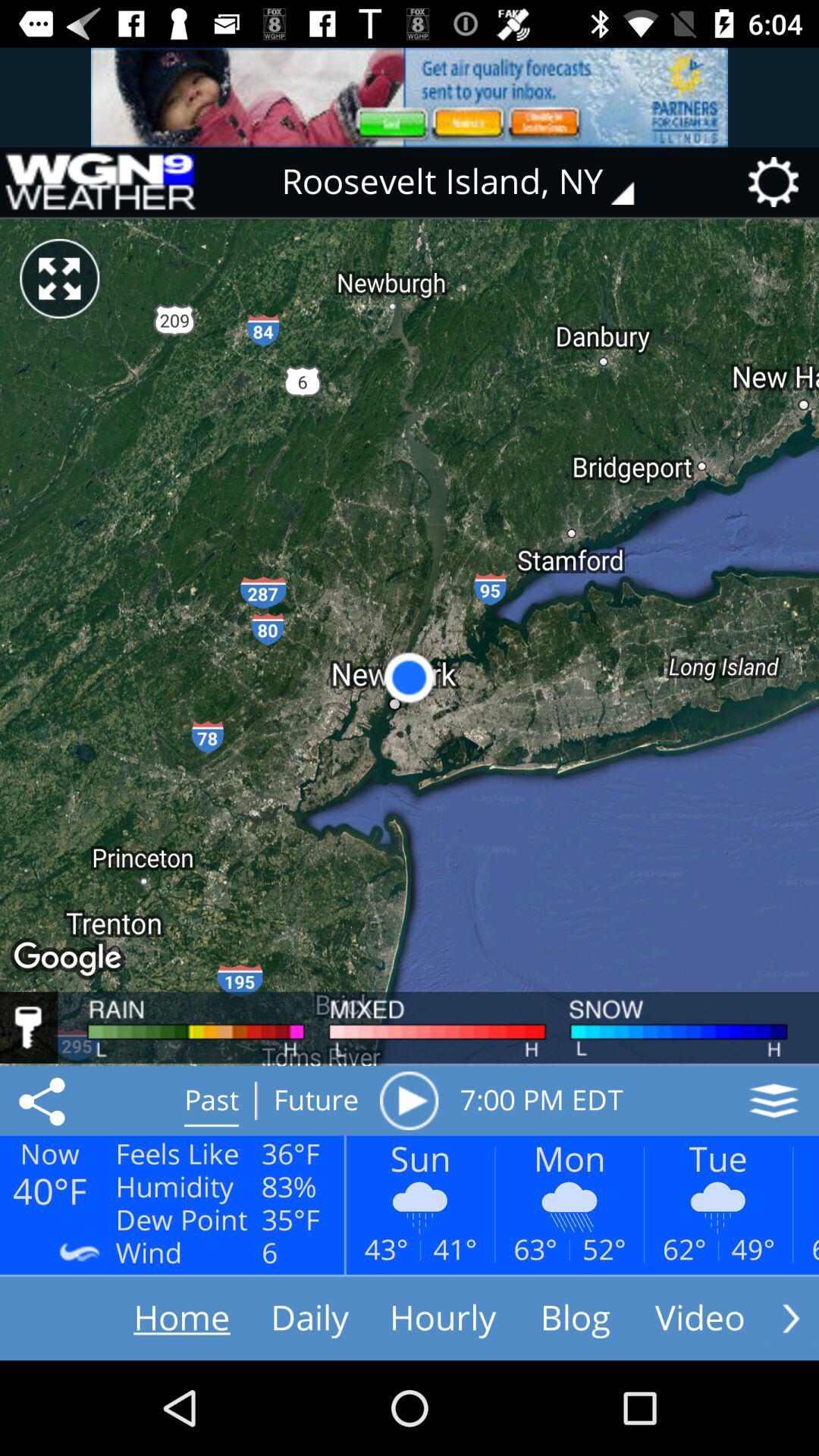 Image resolution: width=819 pixels, height=1456 pixels. I want to click on the share icon, so click(44, 1100).